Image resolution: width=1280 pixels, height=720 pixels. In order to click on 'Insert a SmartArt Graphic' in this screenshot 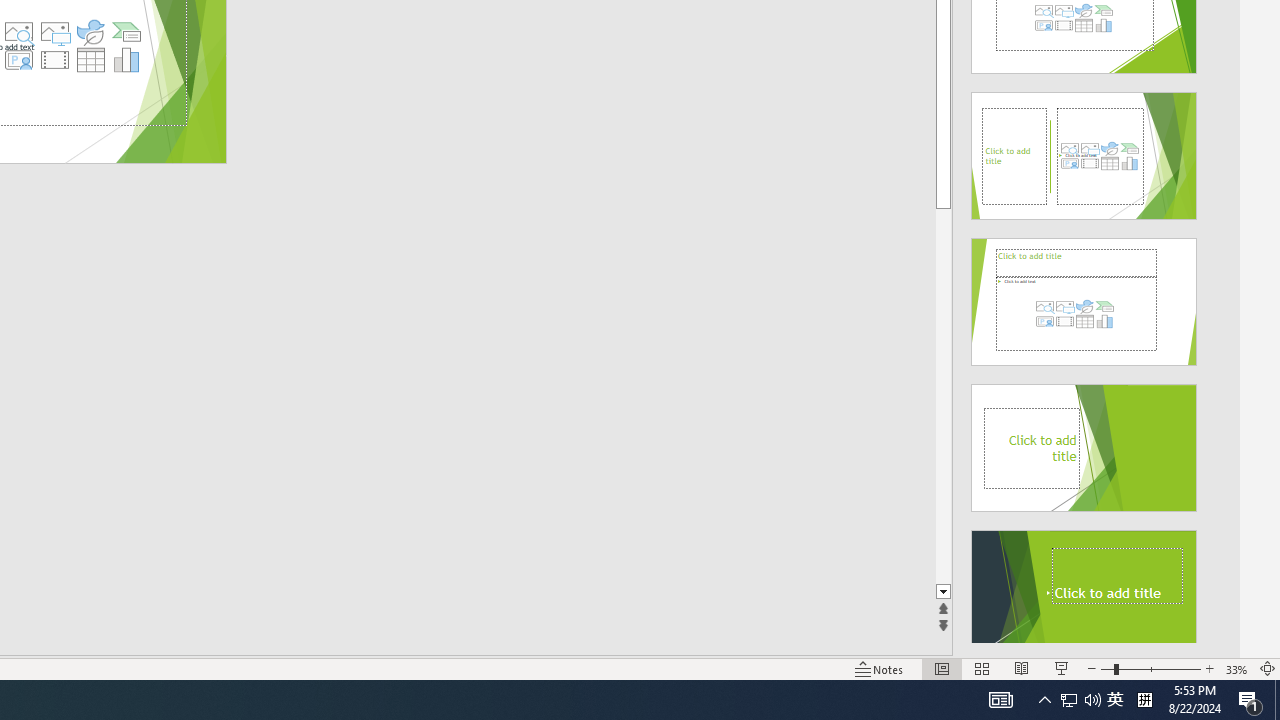, I will do `click(126, 32)`.